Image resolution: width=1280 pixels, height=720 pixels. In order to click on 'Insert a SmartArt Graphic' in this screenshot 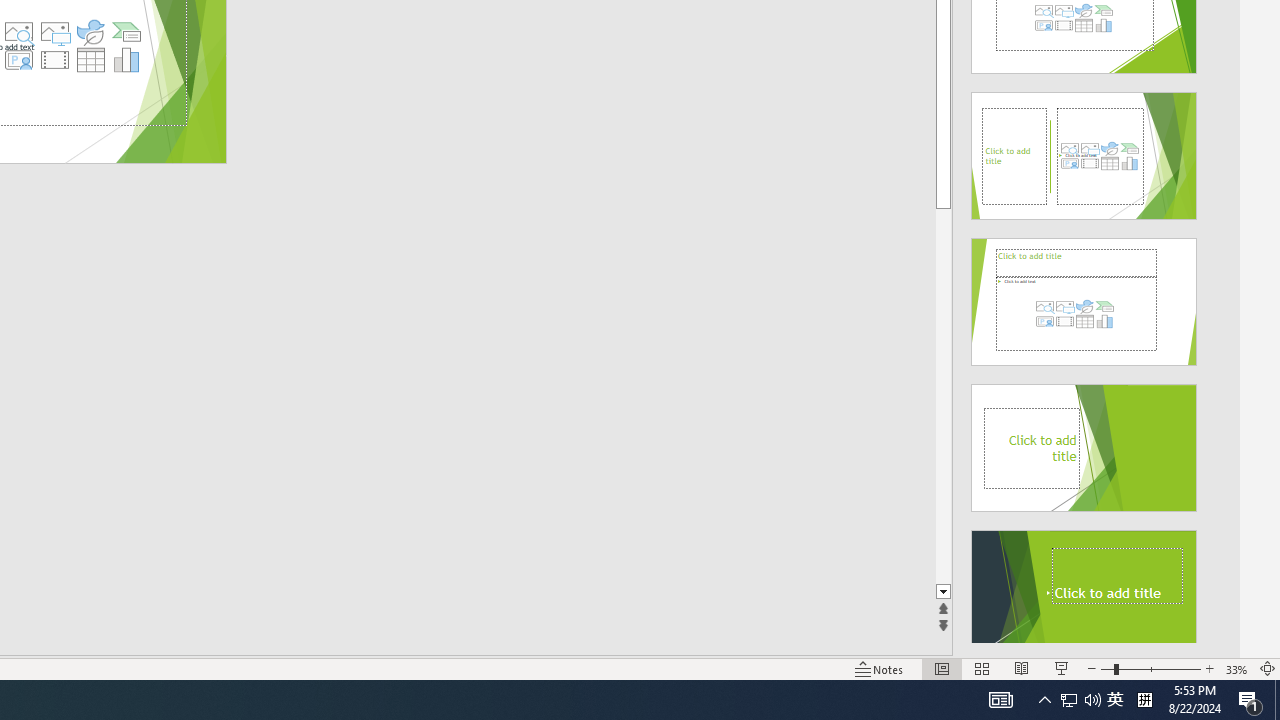, I will do `click(126, 32)`.